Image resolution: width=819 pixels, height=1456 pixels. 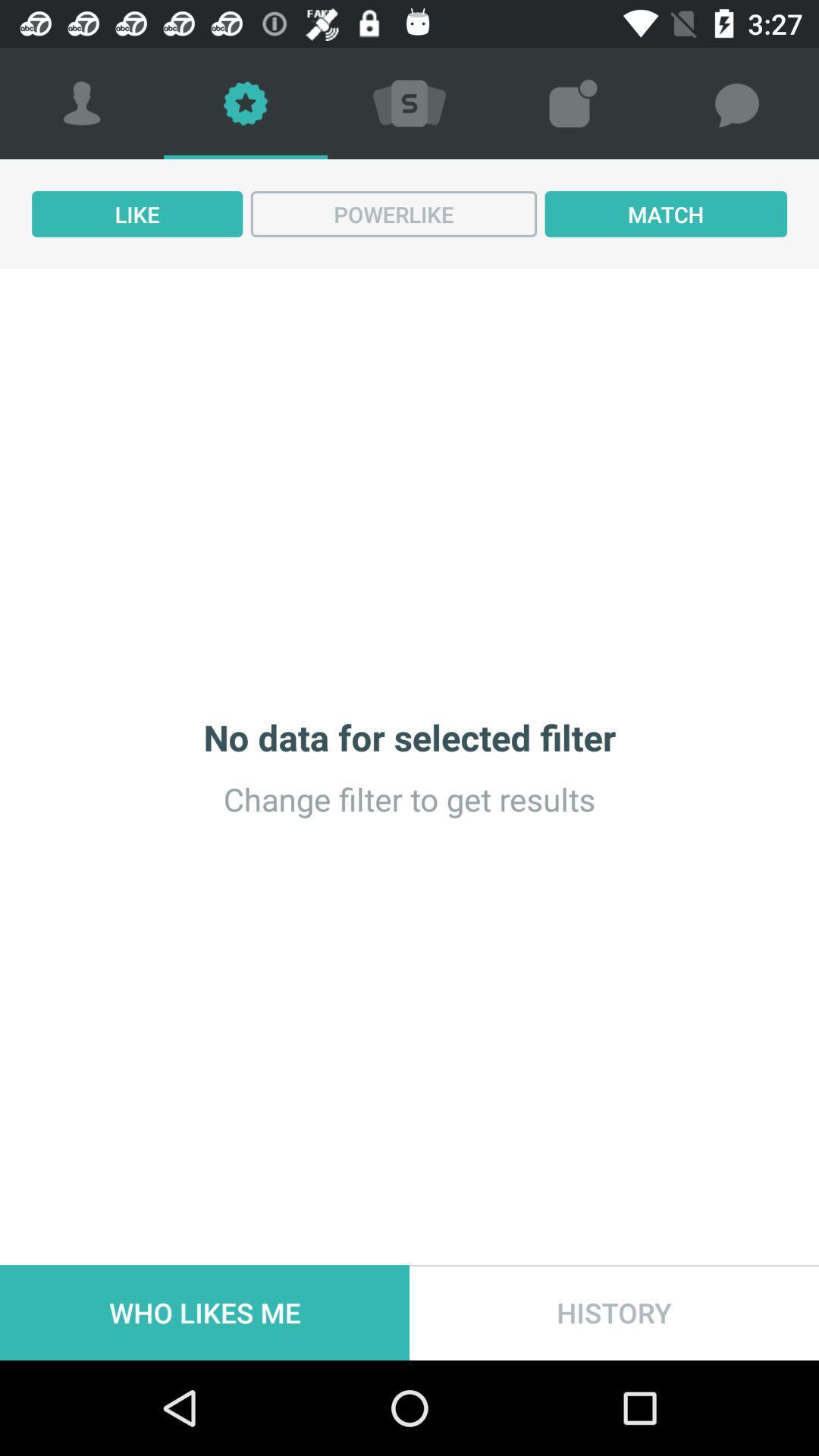 What do you see at coordinates (614, 1312) in the screenshot?
I see `icon at the bottom right corner` at bounding box center [614, 1312].